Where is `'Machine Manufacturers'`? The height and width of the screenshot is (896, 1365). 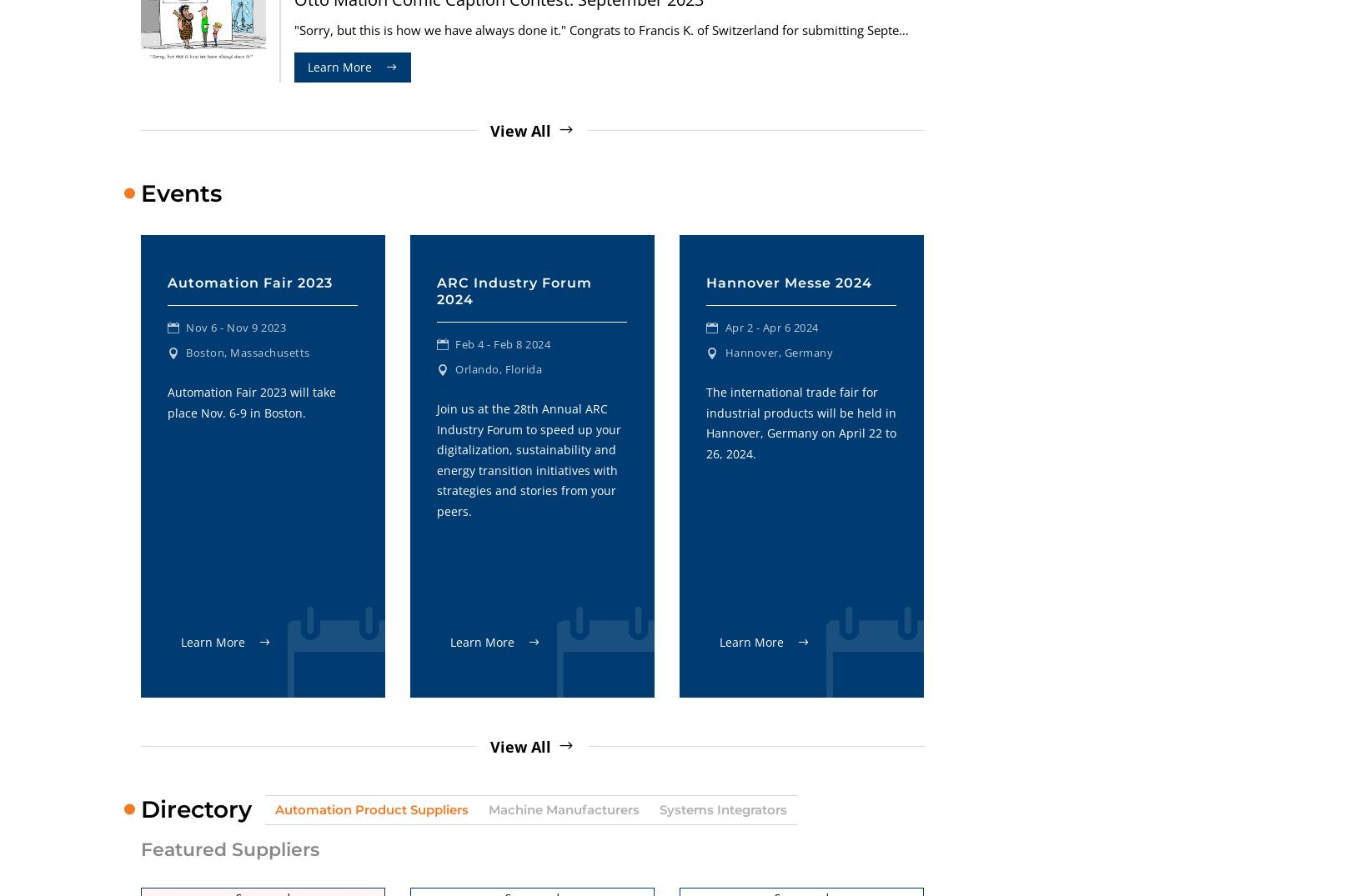
'Machine Manufacturers' is located at coordinates (562, 808).